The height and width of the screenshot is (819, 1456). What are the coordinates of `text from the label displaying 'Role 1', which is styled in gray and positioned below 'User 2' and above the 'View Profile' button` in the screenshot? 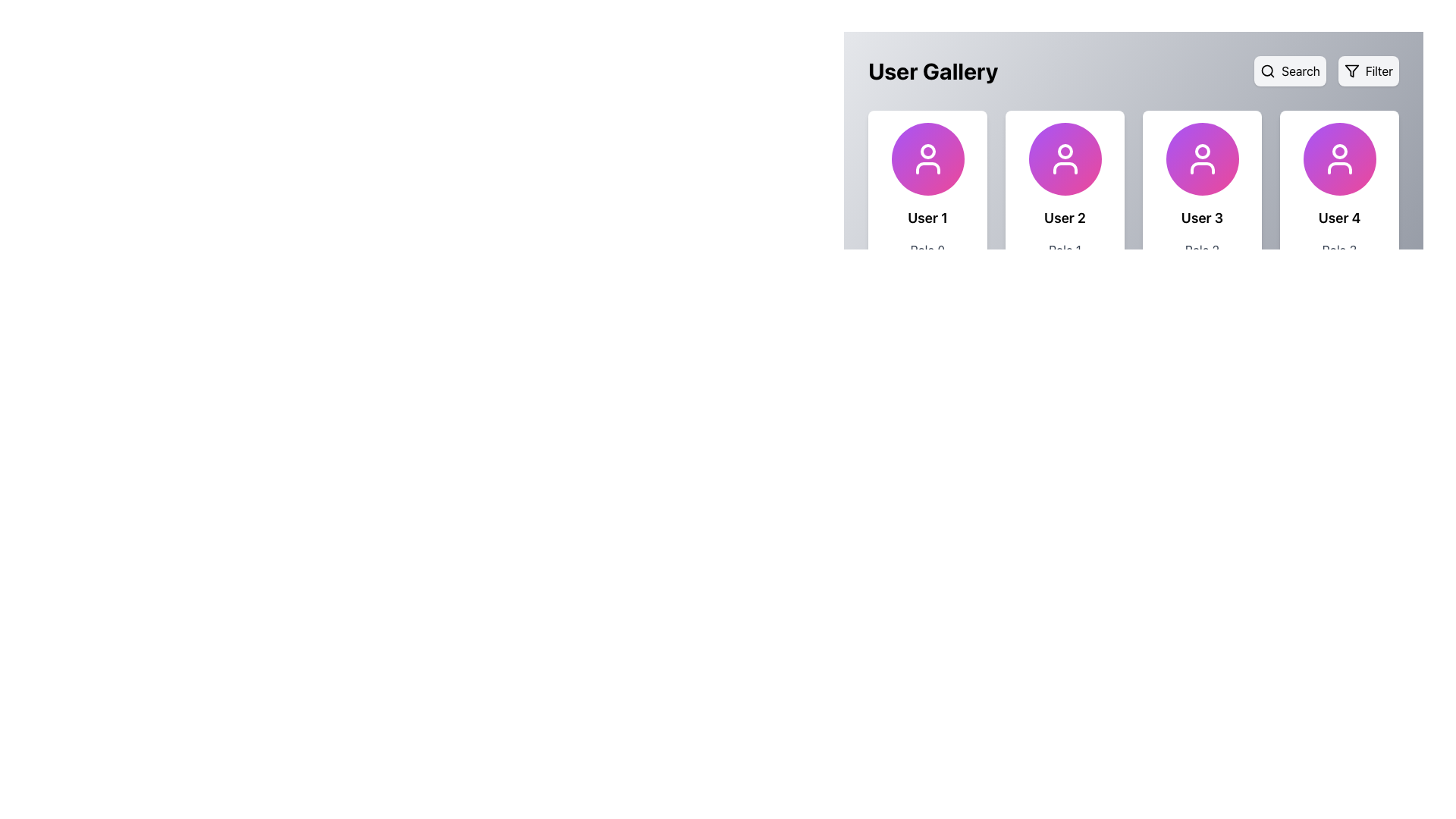 It's located at (1064, 249).